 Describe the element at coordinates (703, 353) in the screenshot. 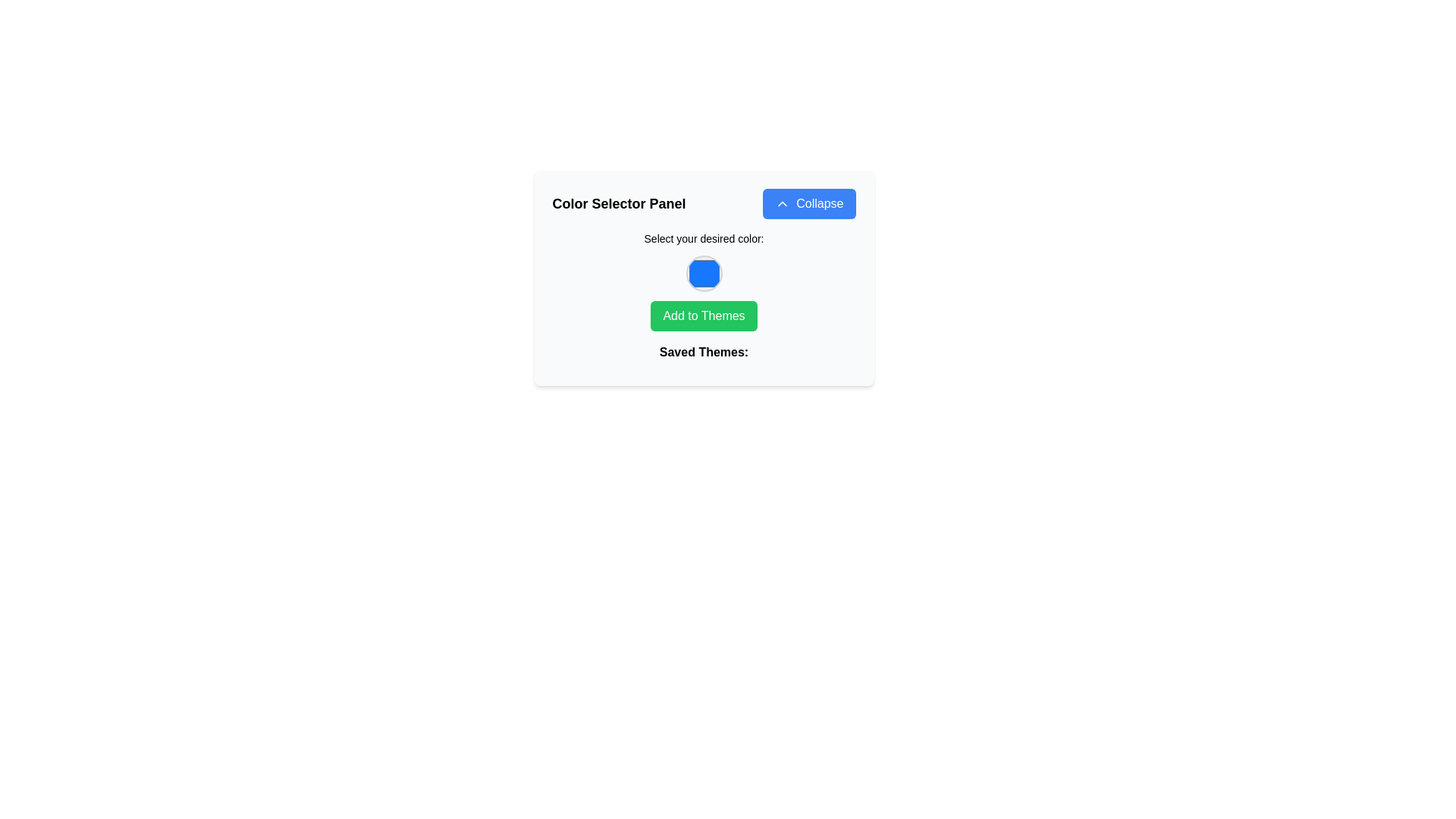

I see `the text label indicating the section for managing saved themes, which is positioned at the center of the bottom section of the 'Color Selector Panel', beneath the 'Add to Themes' button` at that location.